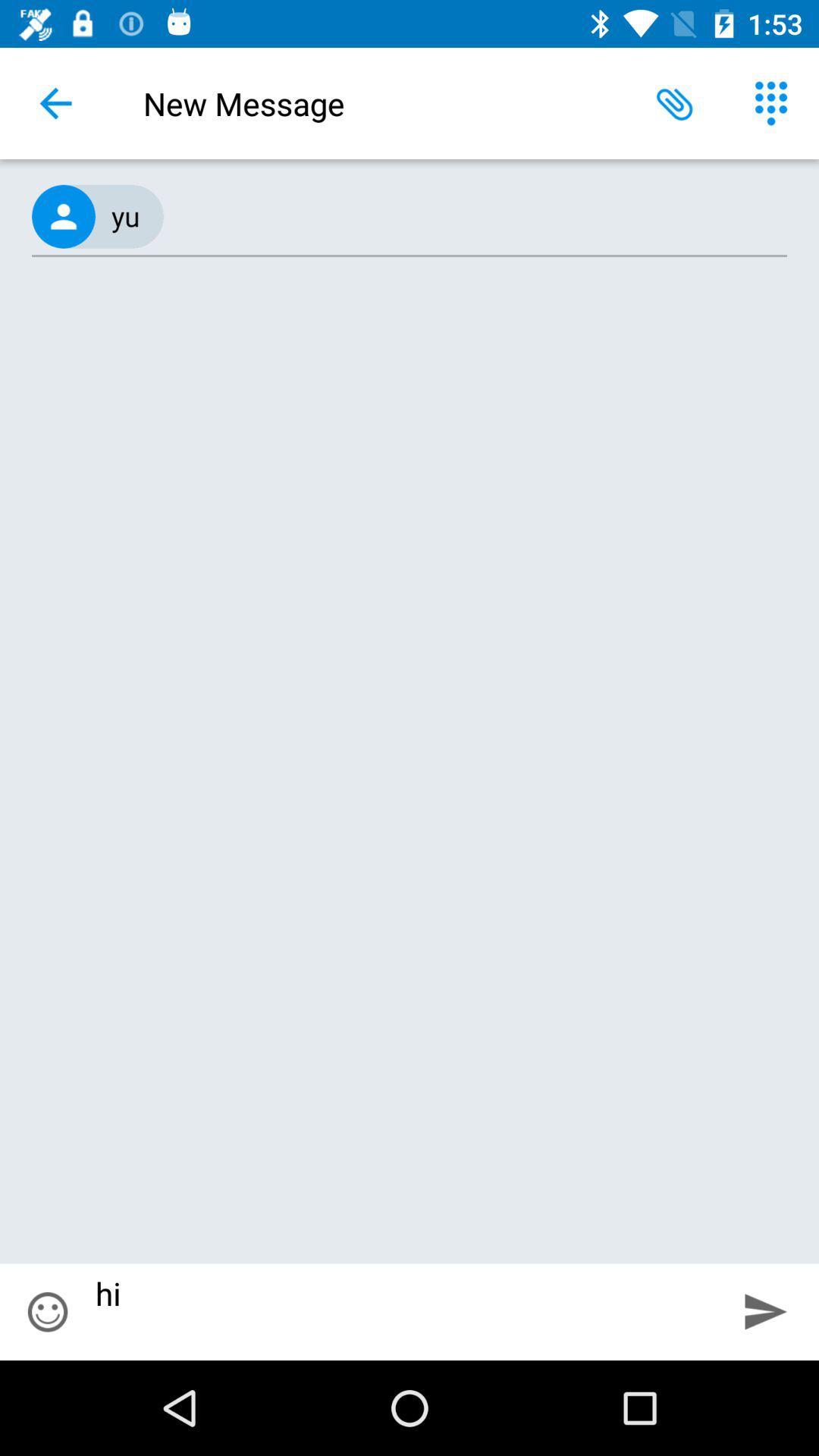  What do you see at coordinates (55, 102) in the screenshot?
I see `the item to the left of the new message icon` at bounding box center [55, 102].